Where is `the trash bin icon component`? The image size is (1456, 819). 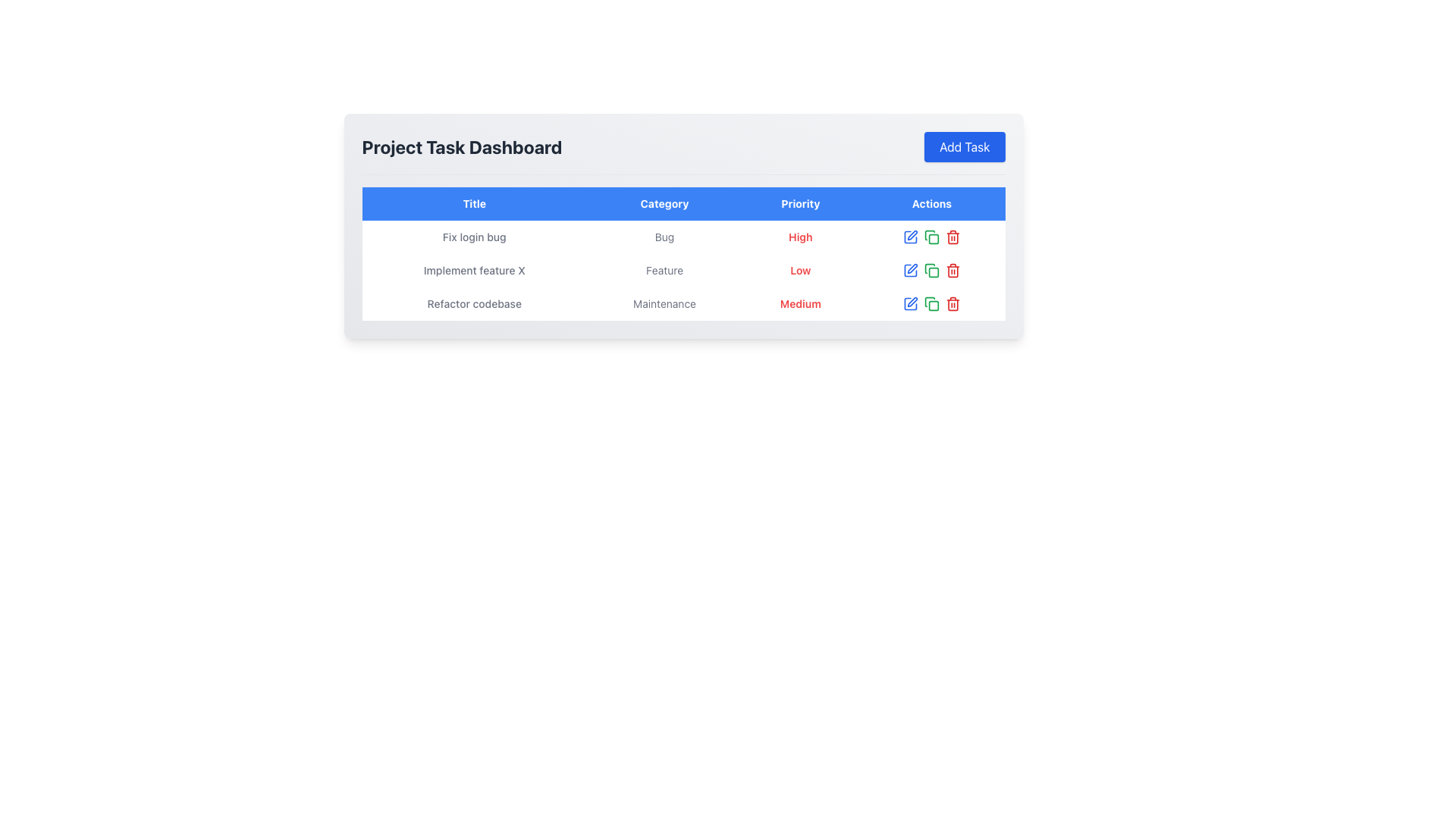
the trash bin icon component is located at coordinates (952, 238).